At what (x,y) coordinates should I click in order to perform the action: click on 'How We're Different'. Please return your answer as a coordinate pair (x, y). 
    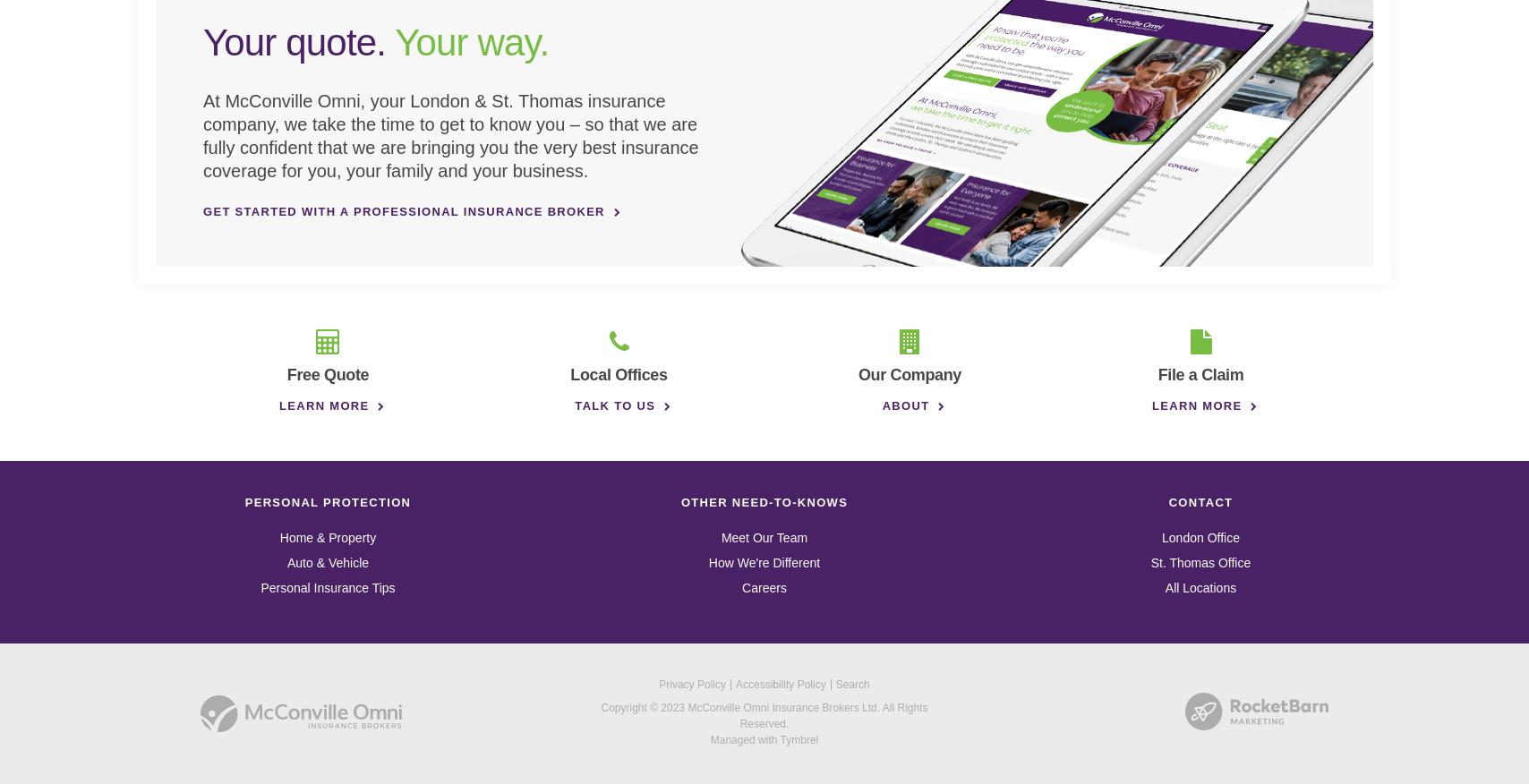
    Looking at the image, I should click on (764, 562).